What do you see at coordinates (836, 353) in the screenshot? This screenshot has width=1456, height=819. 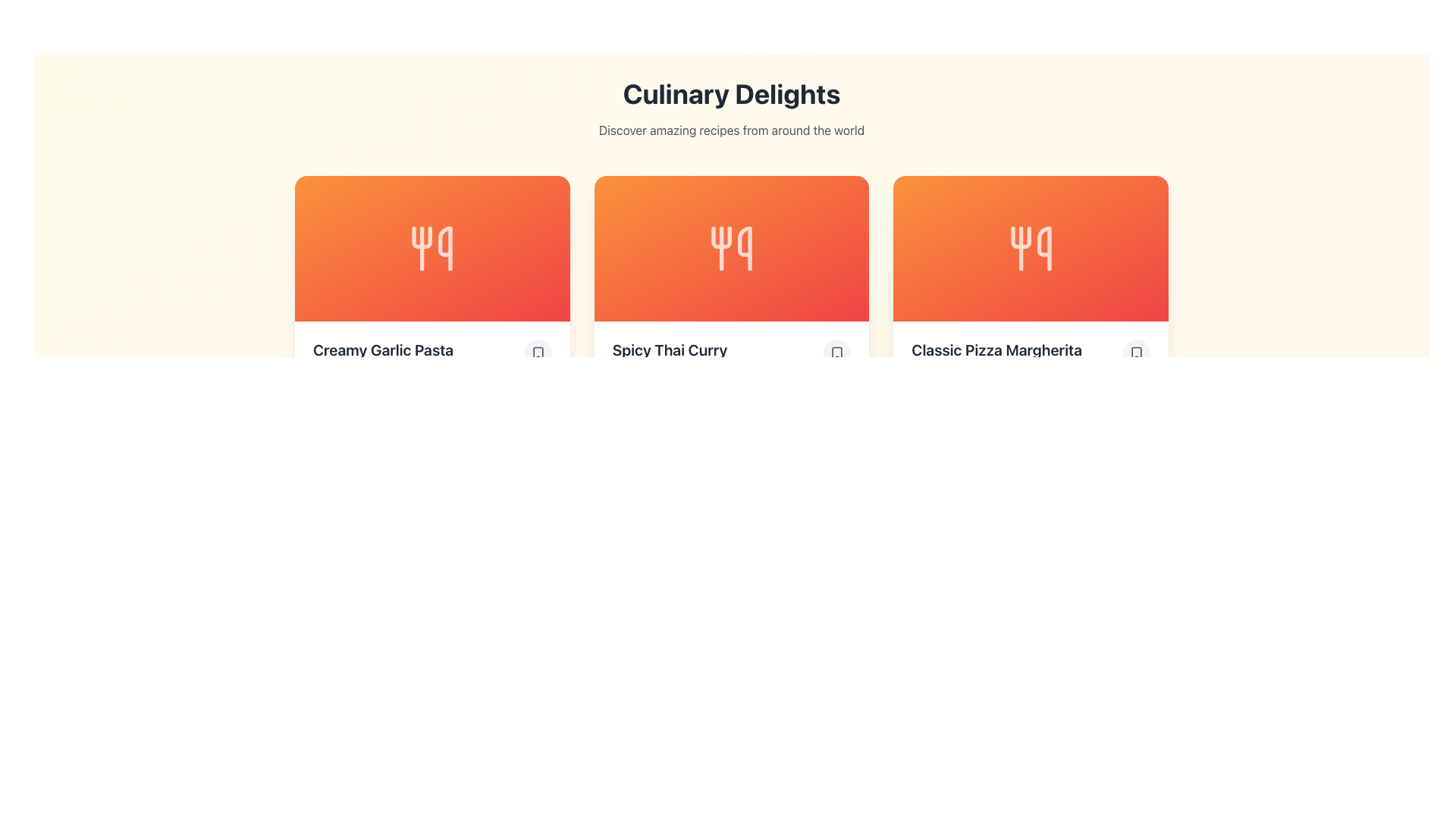 I see `the bookmark icon button located in the bottom-right corner of the 'Spicy Thai Curry' card` at bounding box center [836, 353].